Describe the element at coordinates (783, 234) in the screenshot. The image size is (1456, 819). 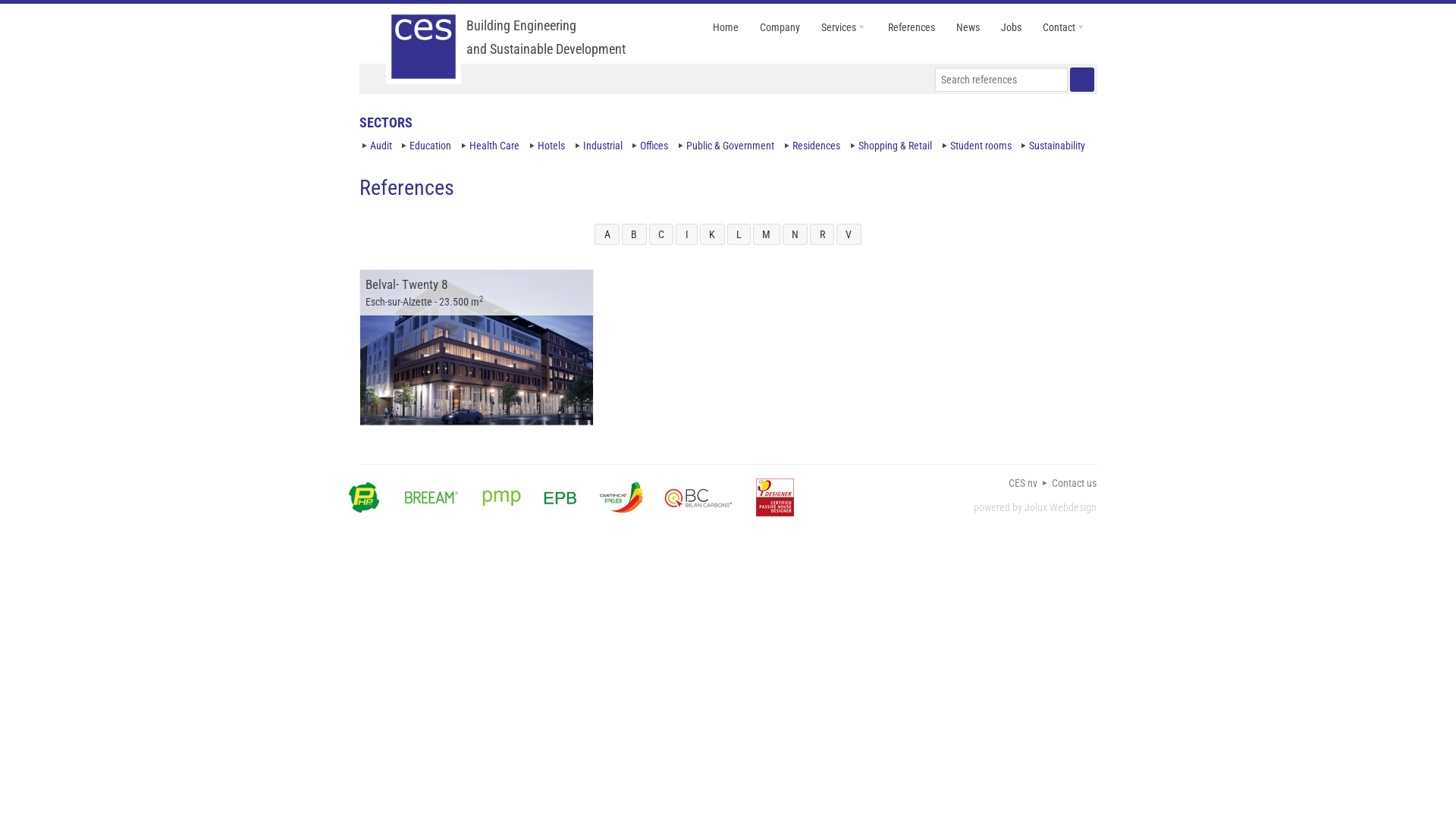
I see `'N'` at that location.